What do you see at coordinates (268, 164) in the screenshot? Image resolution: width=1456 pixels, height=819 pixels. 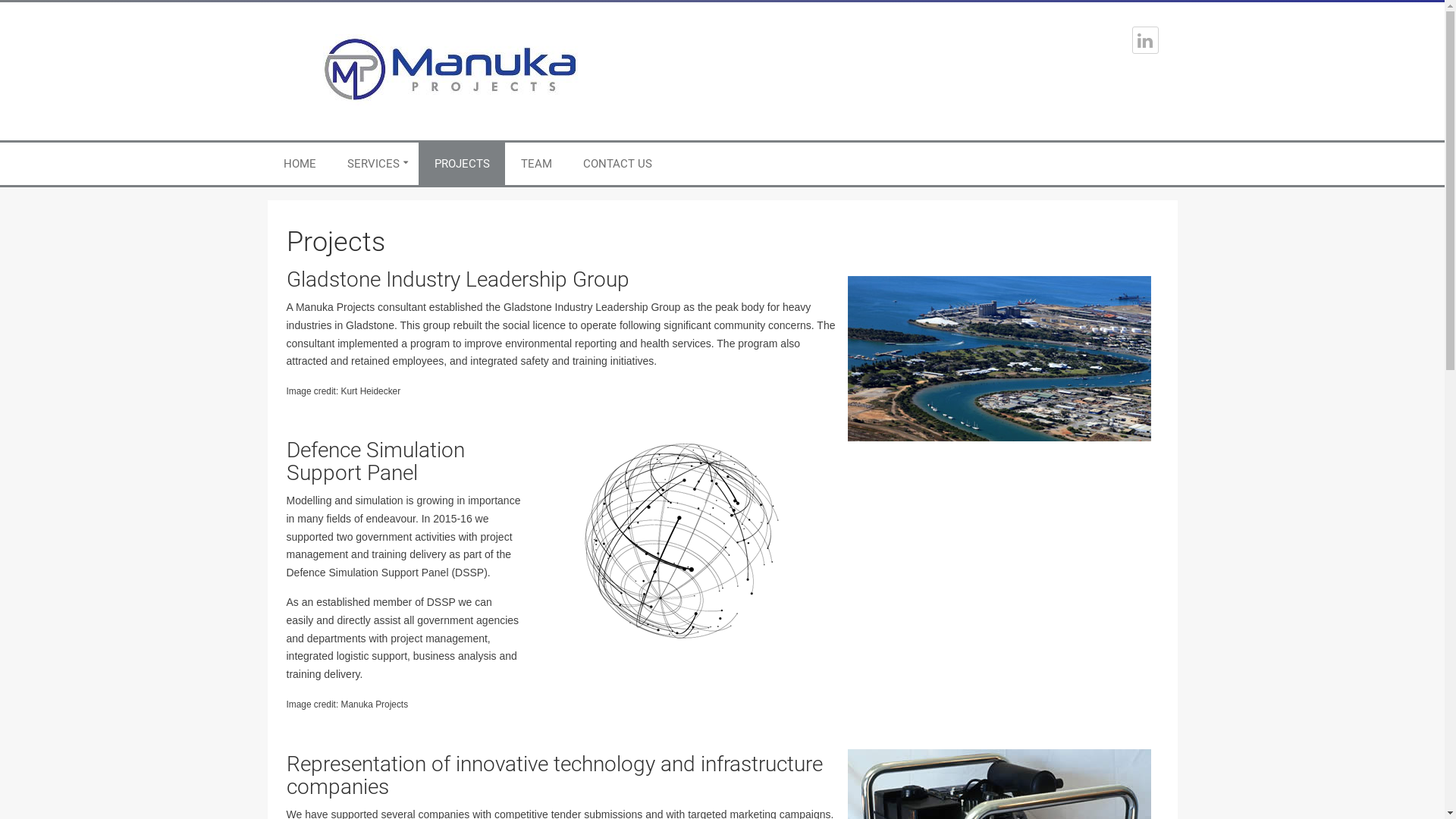 I see `'HOME'` at bounding box center [268, 164].